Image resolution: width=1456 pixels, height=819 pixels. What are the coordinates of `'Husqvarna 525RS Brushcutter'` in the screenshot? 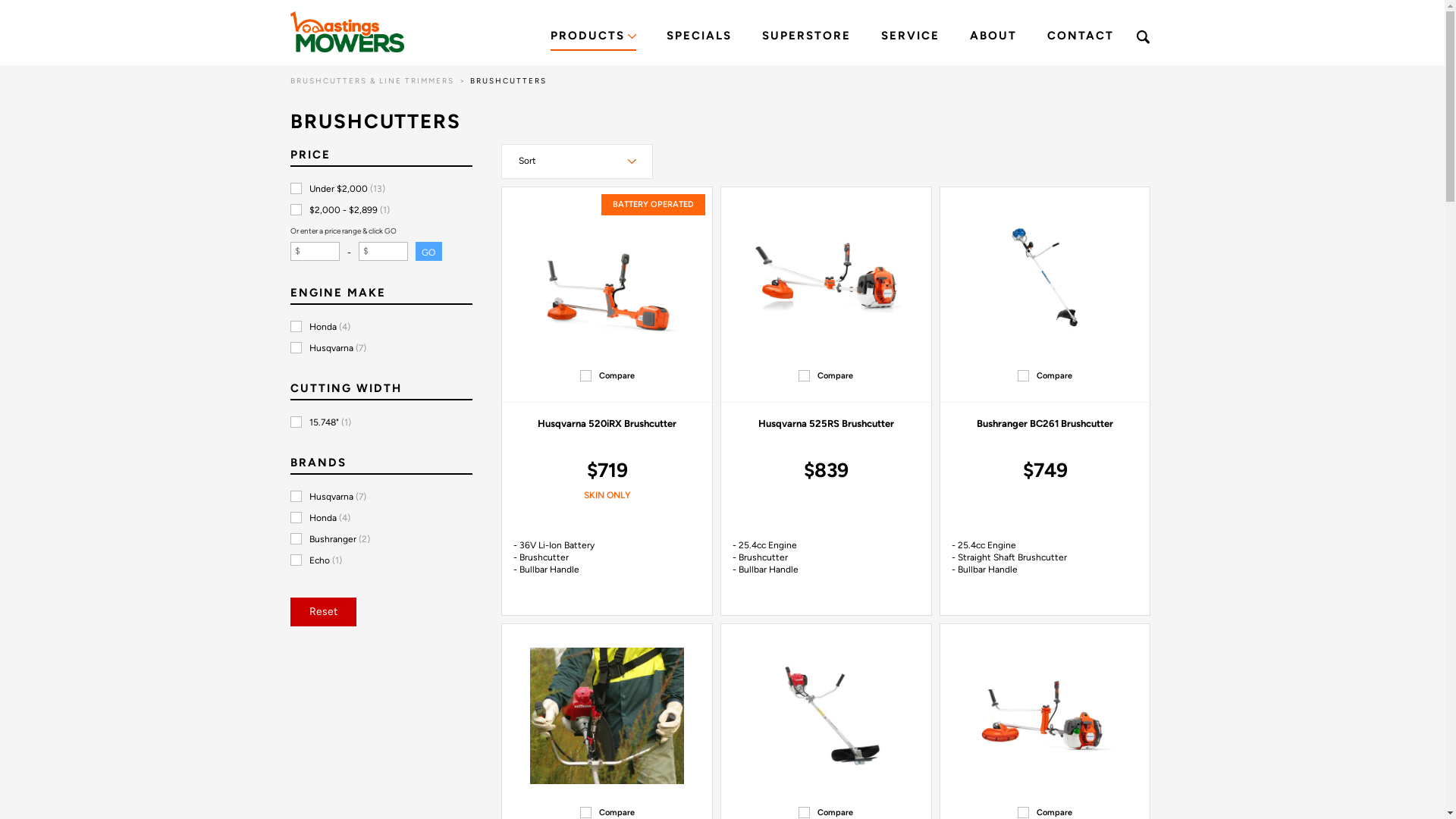 It's located at (825, 423).